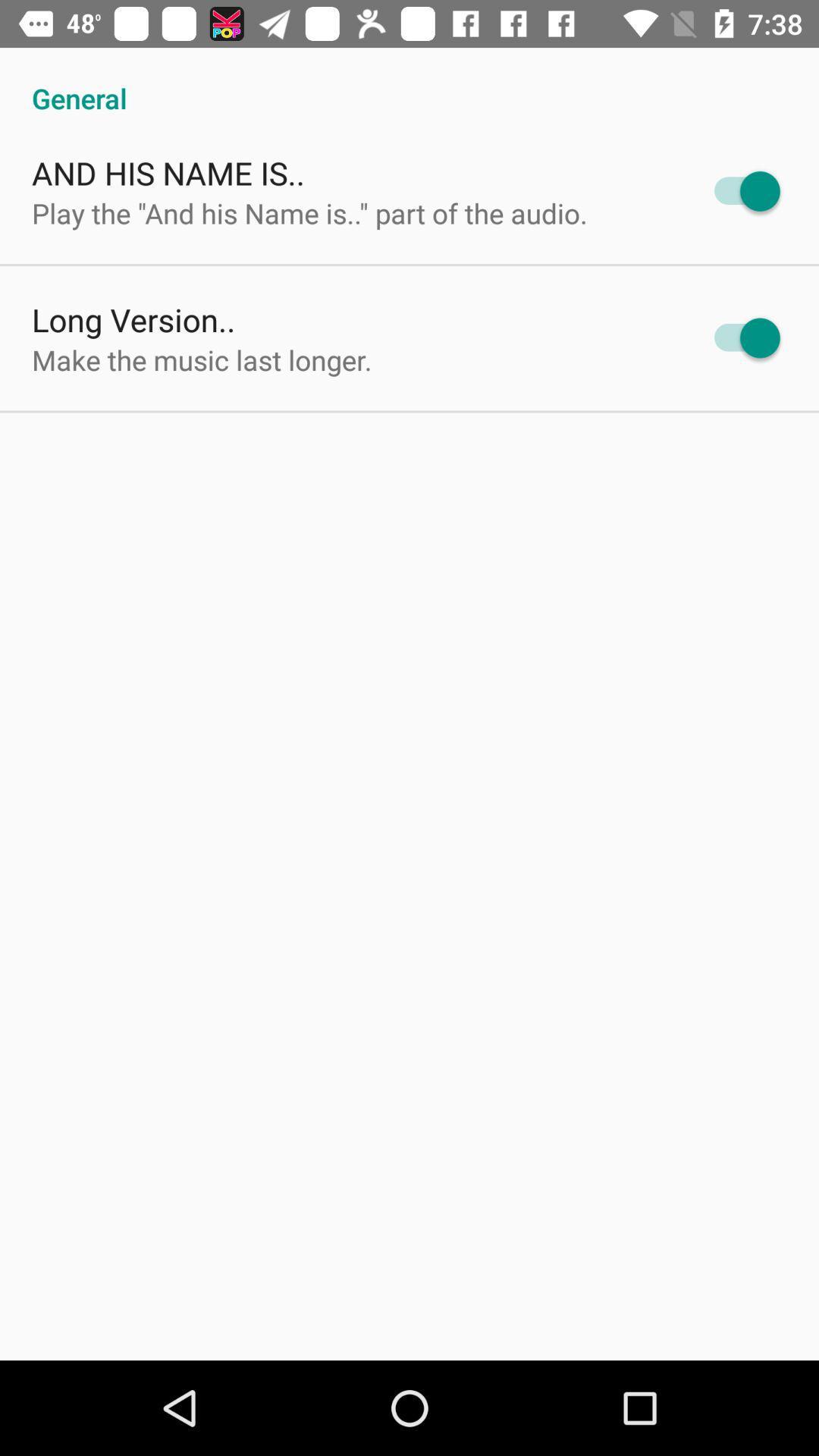 The height and width of the screenshot is (1456, 819). I want to click on general icon, so click(409, 81).